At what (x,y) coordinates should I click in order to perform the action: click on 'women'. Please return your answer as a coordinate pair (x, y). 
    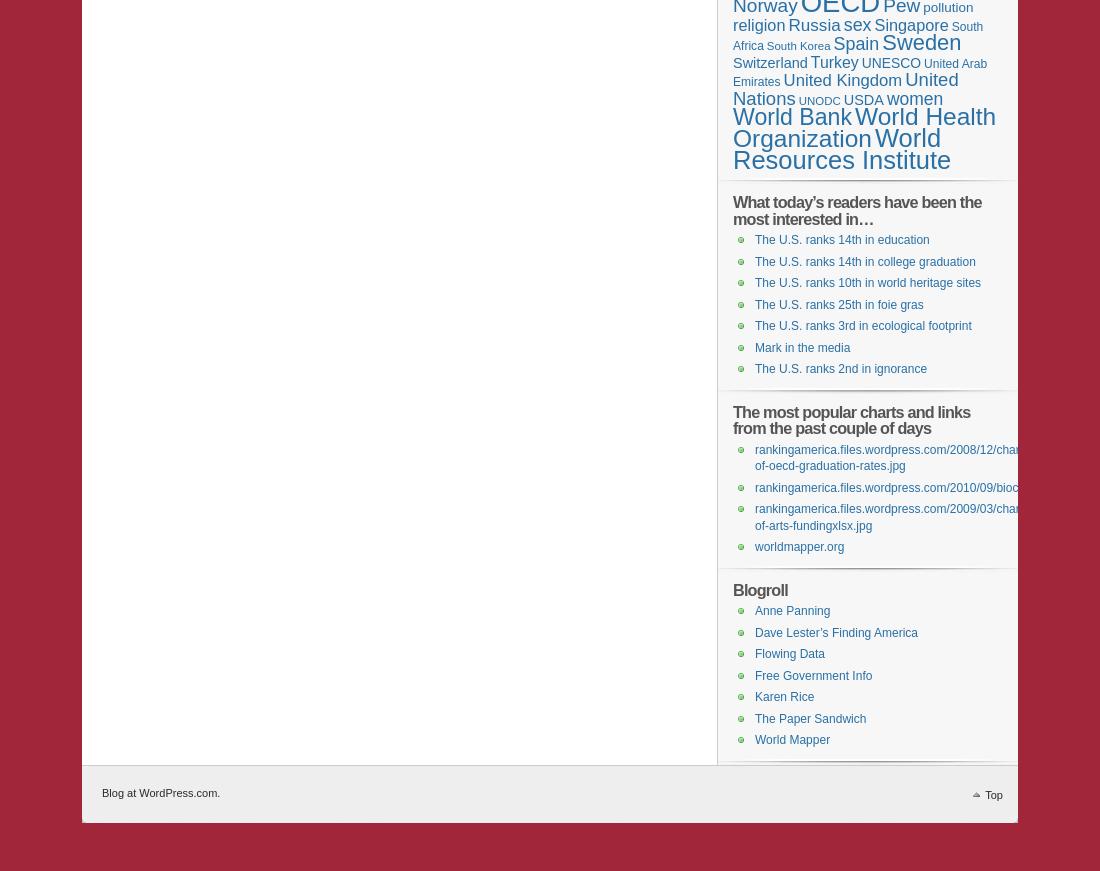
    Looking at the image, I should click on (914, 96).